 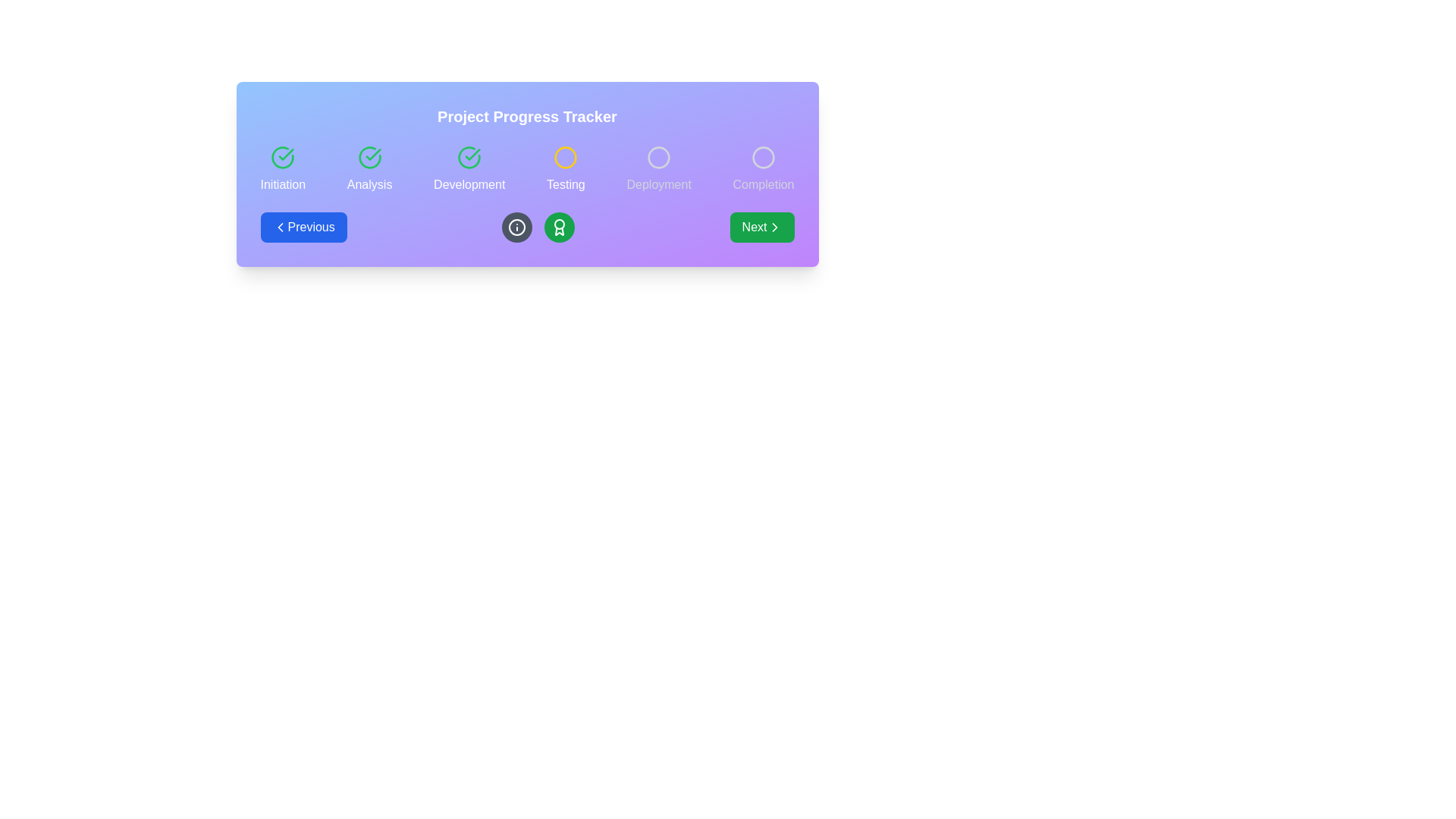 What do you see at coordinates (517, 227) in the screenshot?
I see `the small circular information icon with a gray background and white outline, containing a white exclamation mark, located near the lower middle of the interface` at bounding box center [517, 227].